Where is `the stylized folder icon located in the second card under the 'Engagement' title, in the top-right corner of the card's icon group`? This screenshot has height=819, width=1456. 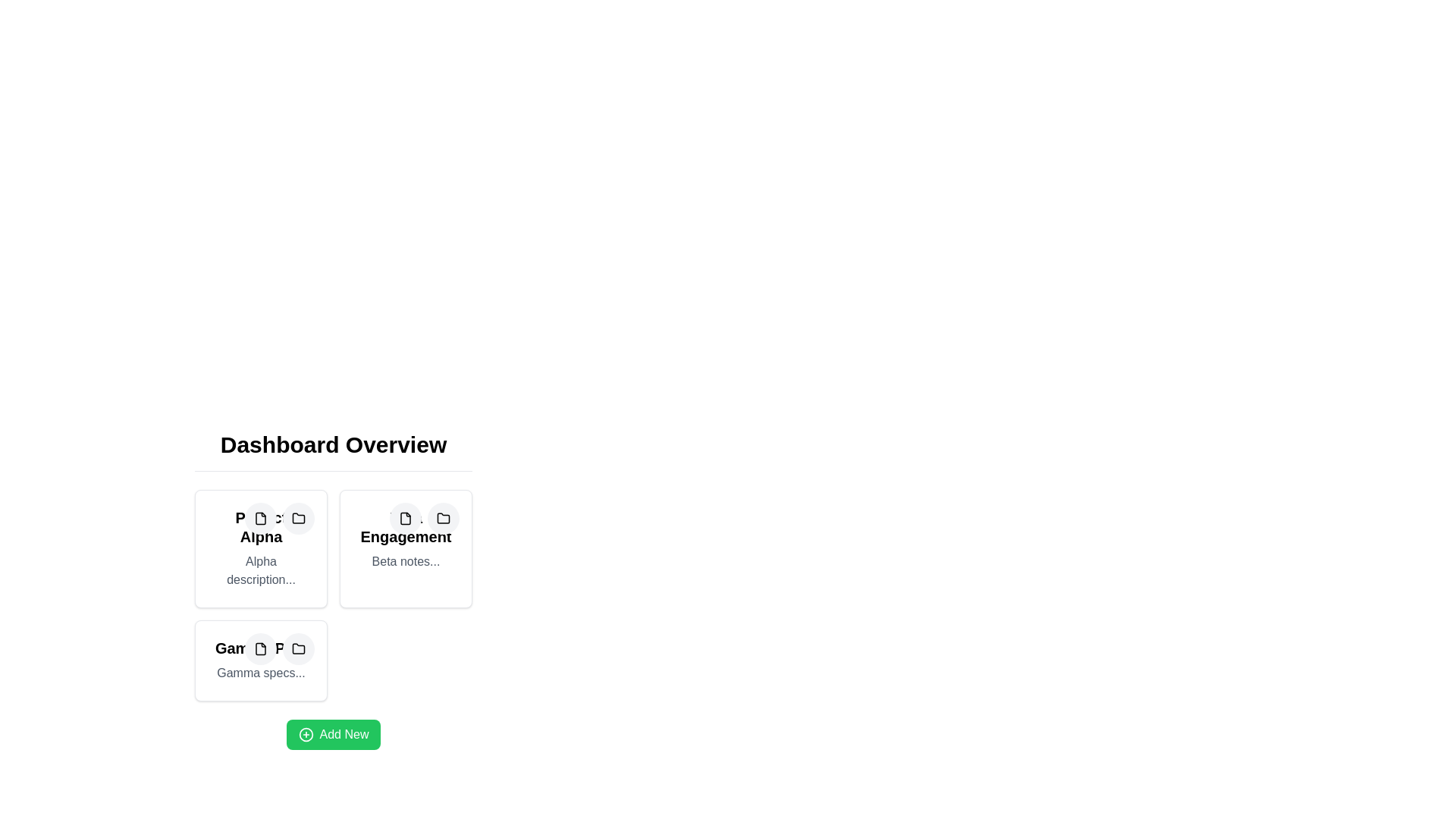
the stylized folder icon located in the second card under the 'Engagement' title, in the top-right corner of the card's icon group is located at coordinates (443, 516).